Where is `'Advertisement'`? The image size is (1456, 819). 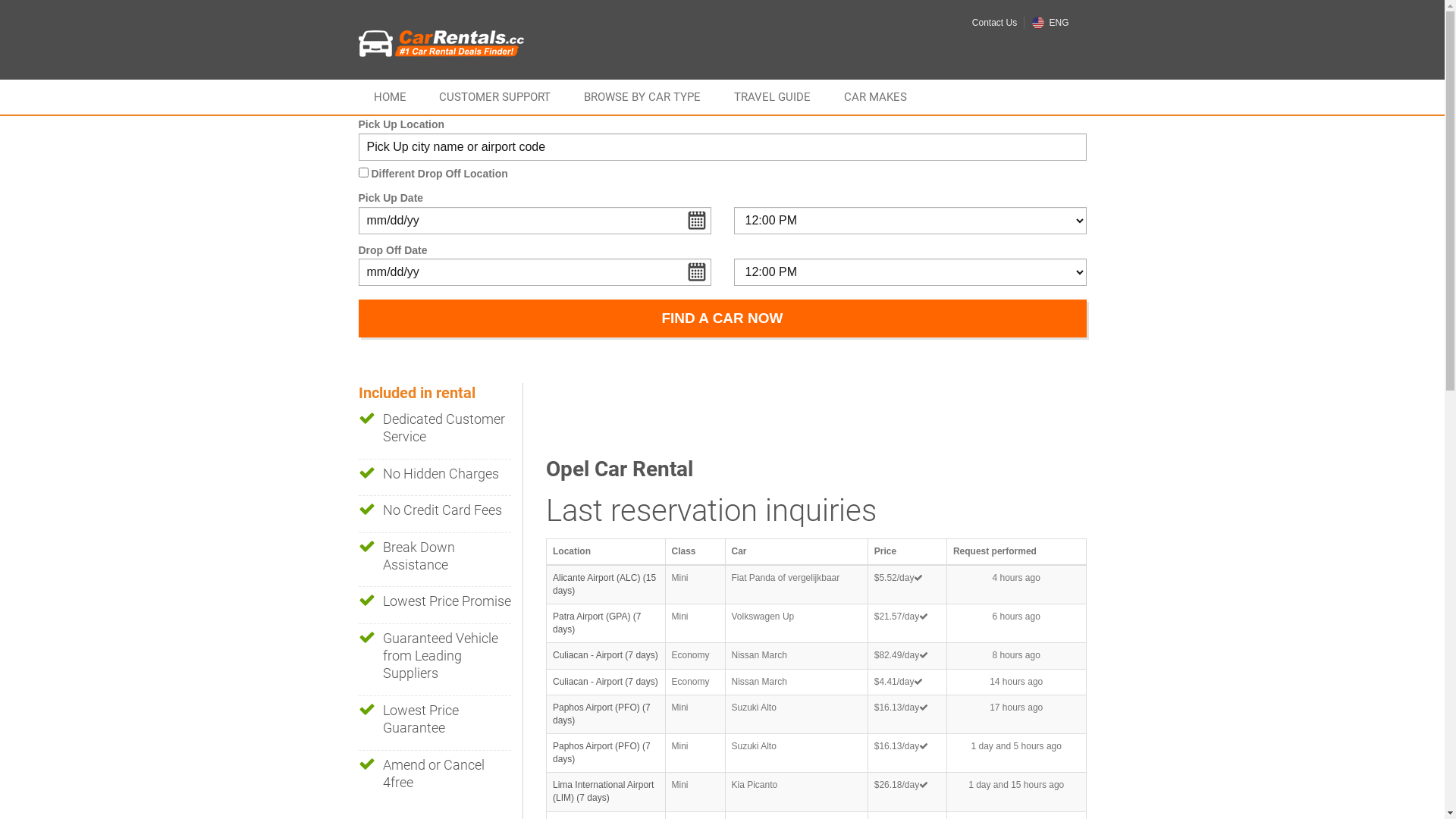
'Advertisement' is located at coordinates (821, 417).